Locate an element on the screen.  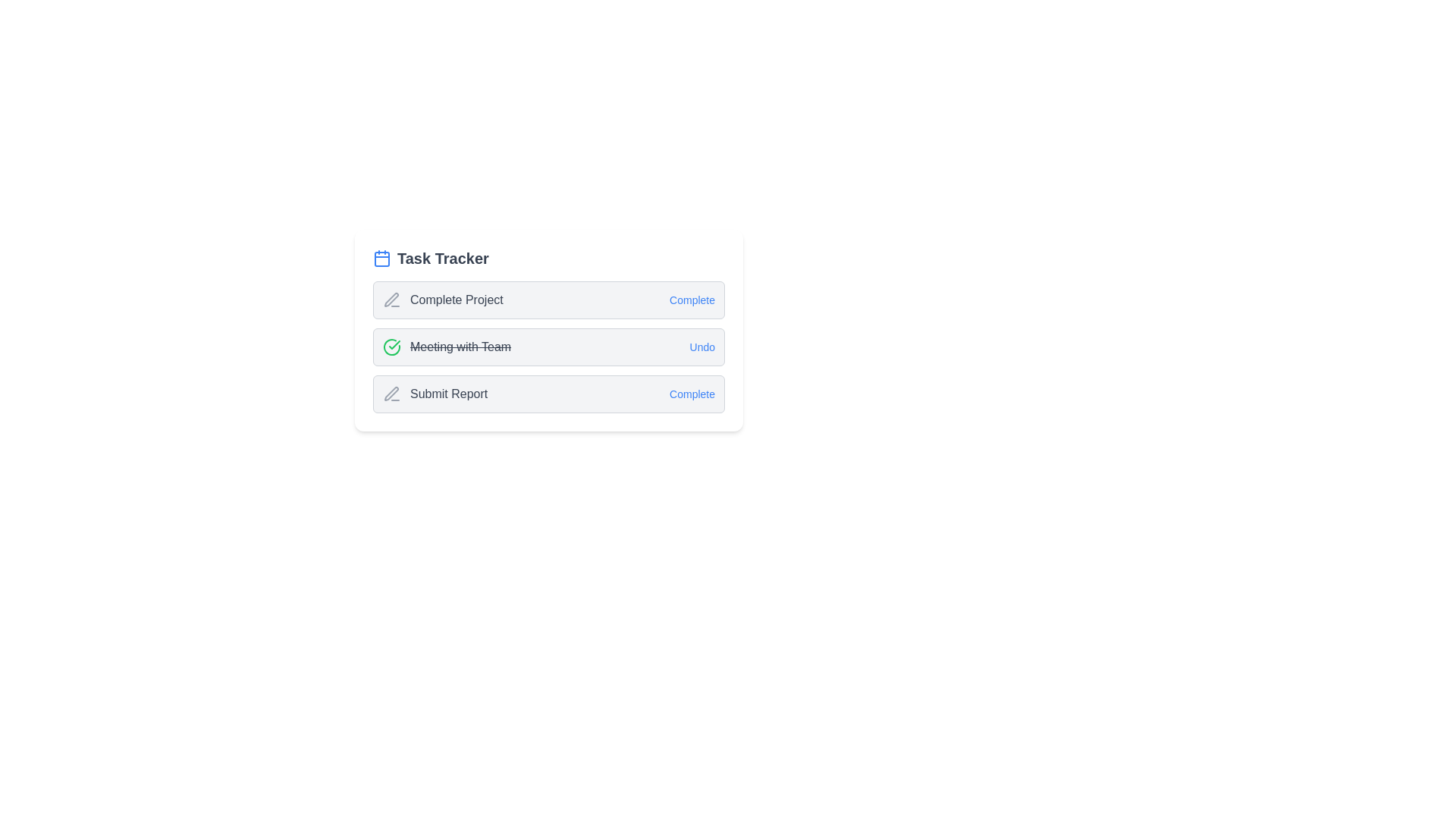
the completed task entry labeled 'Meeting with Team' in the task tracker application is located at coordinates (548, 329).